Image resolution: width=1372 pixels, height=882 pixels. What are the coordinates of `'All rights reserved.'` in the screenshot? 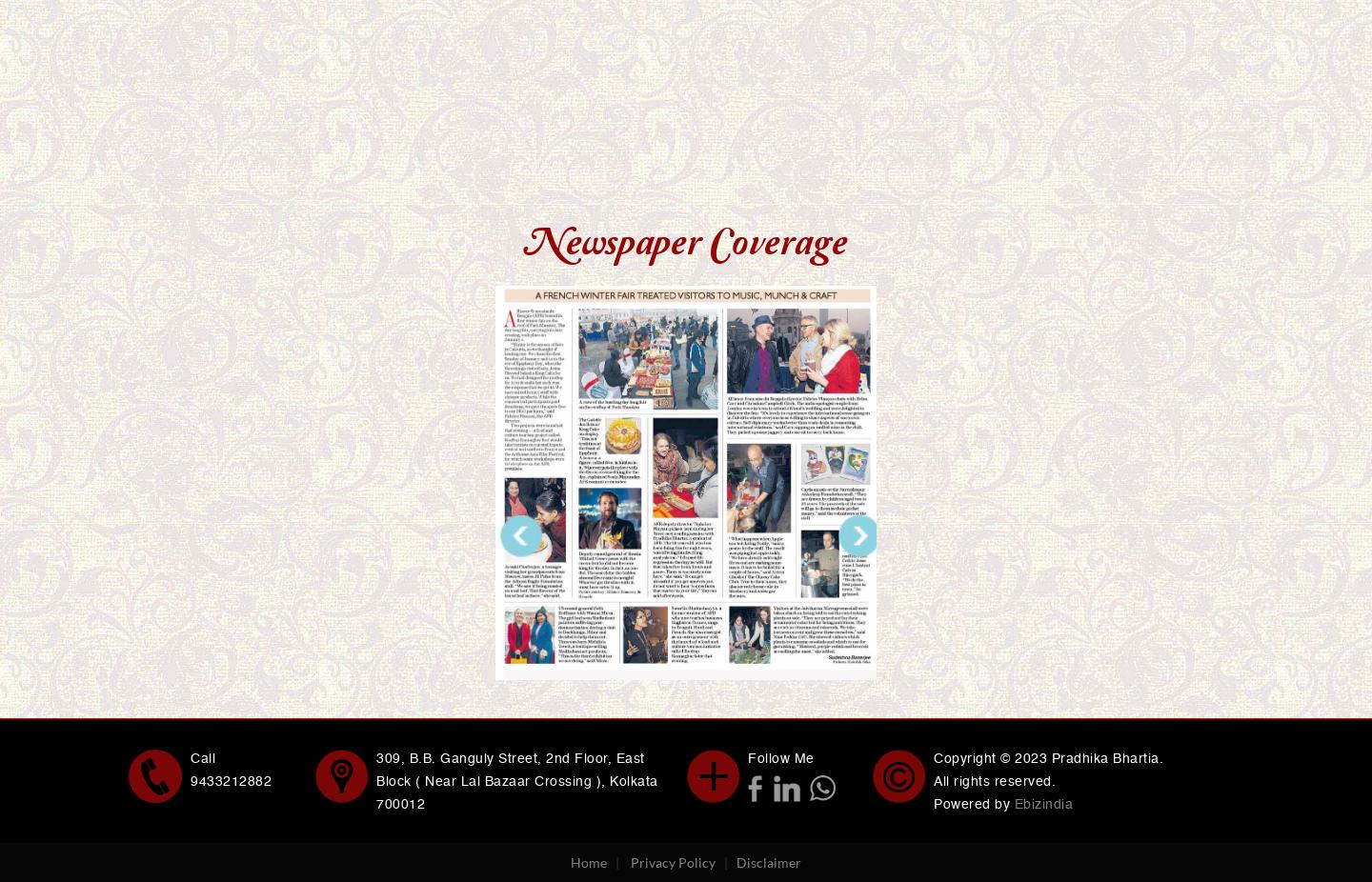 It's located at (995, 780).